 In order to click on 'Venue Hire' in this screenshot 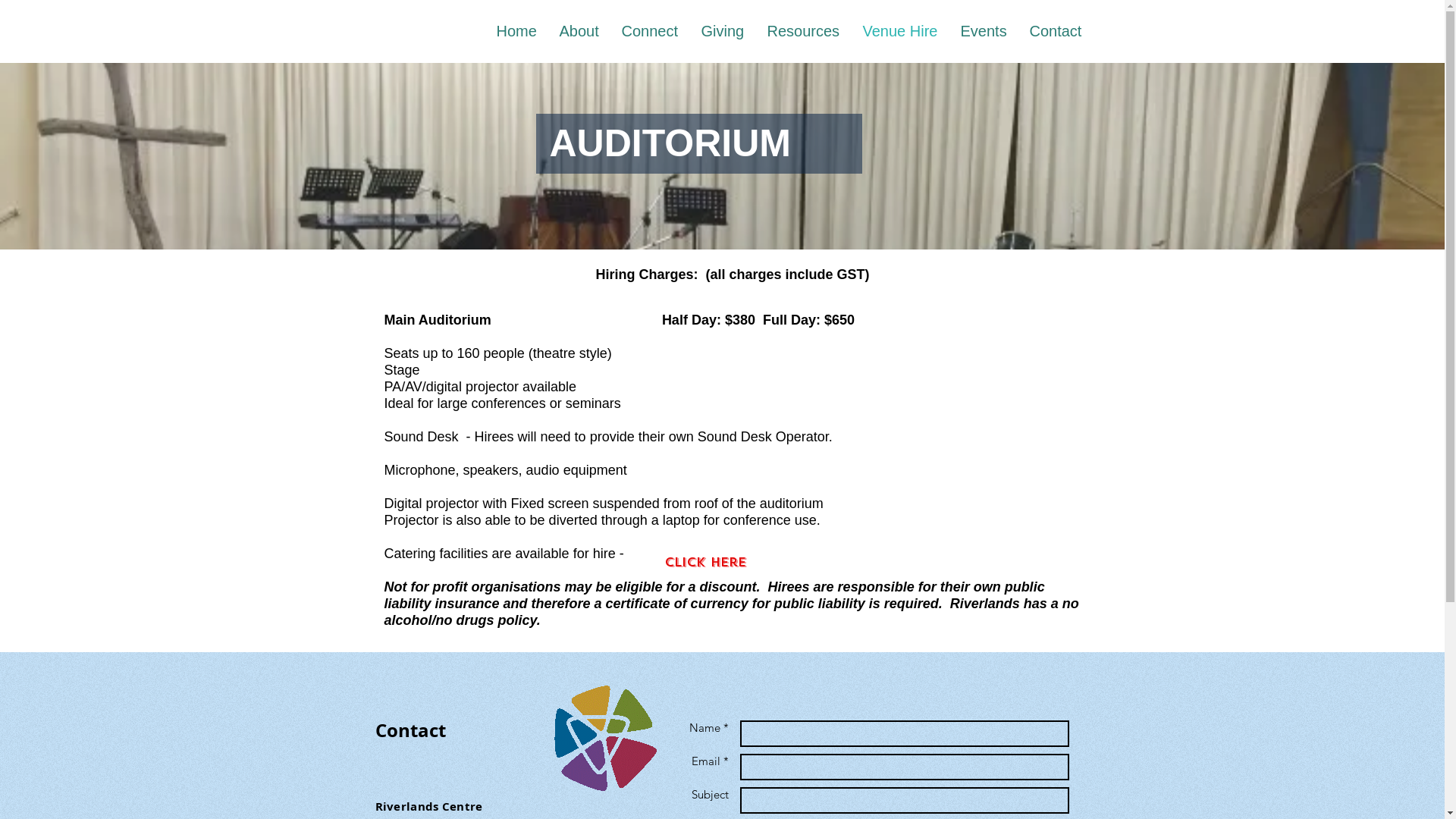, I will do `click(851, 31)`.